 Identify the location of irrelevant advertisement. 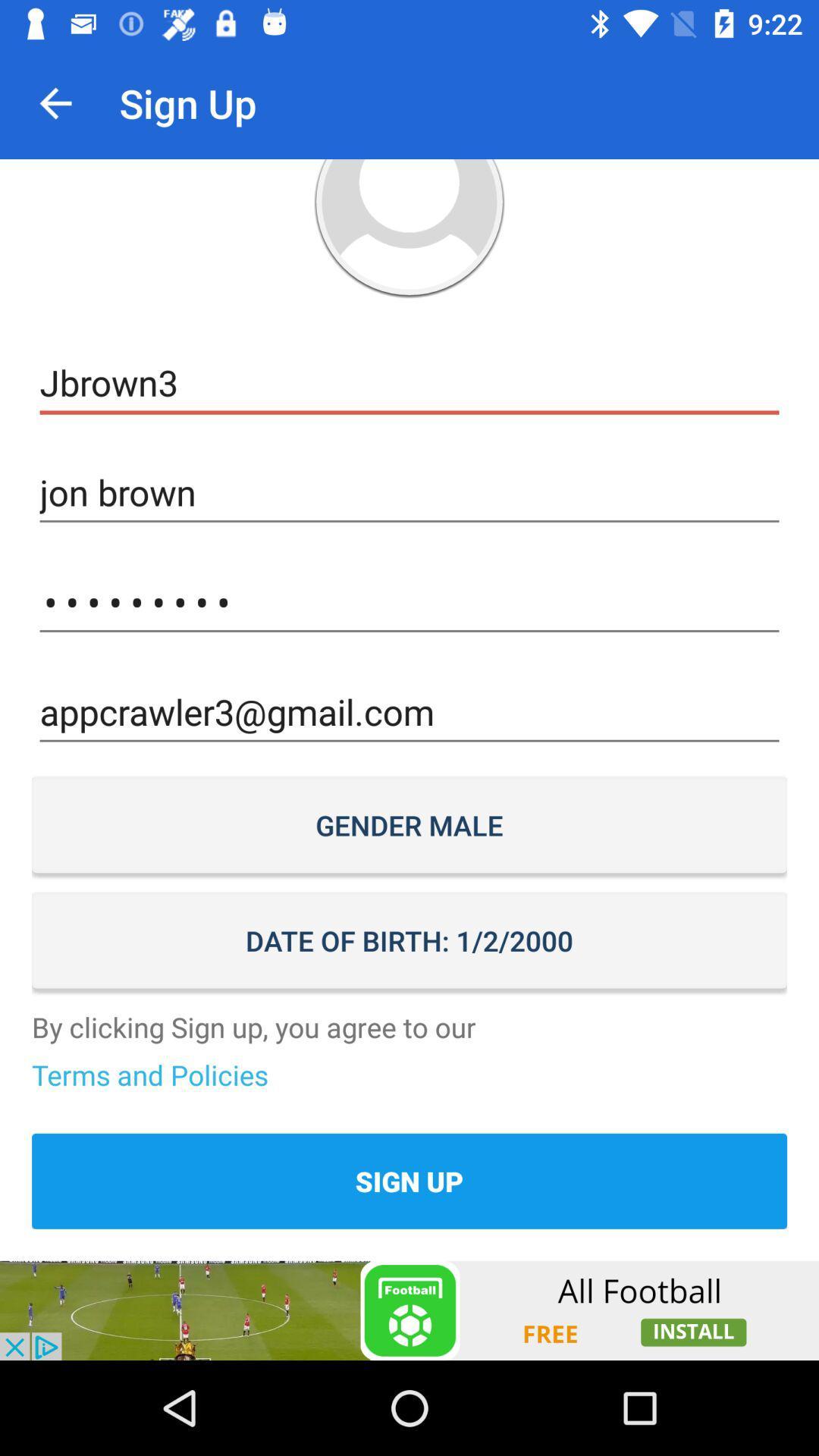
(409, 1310).